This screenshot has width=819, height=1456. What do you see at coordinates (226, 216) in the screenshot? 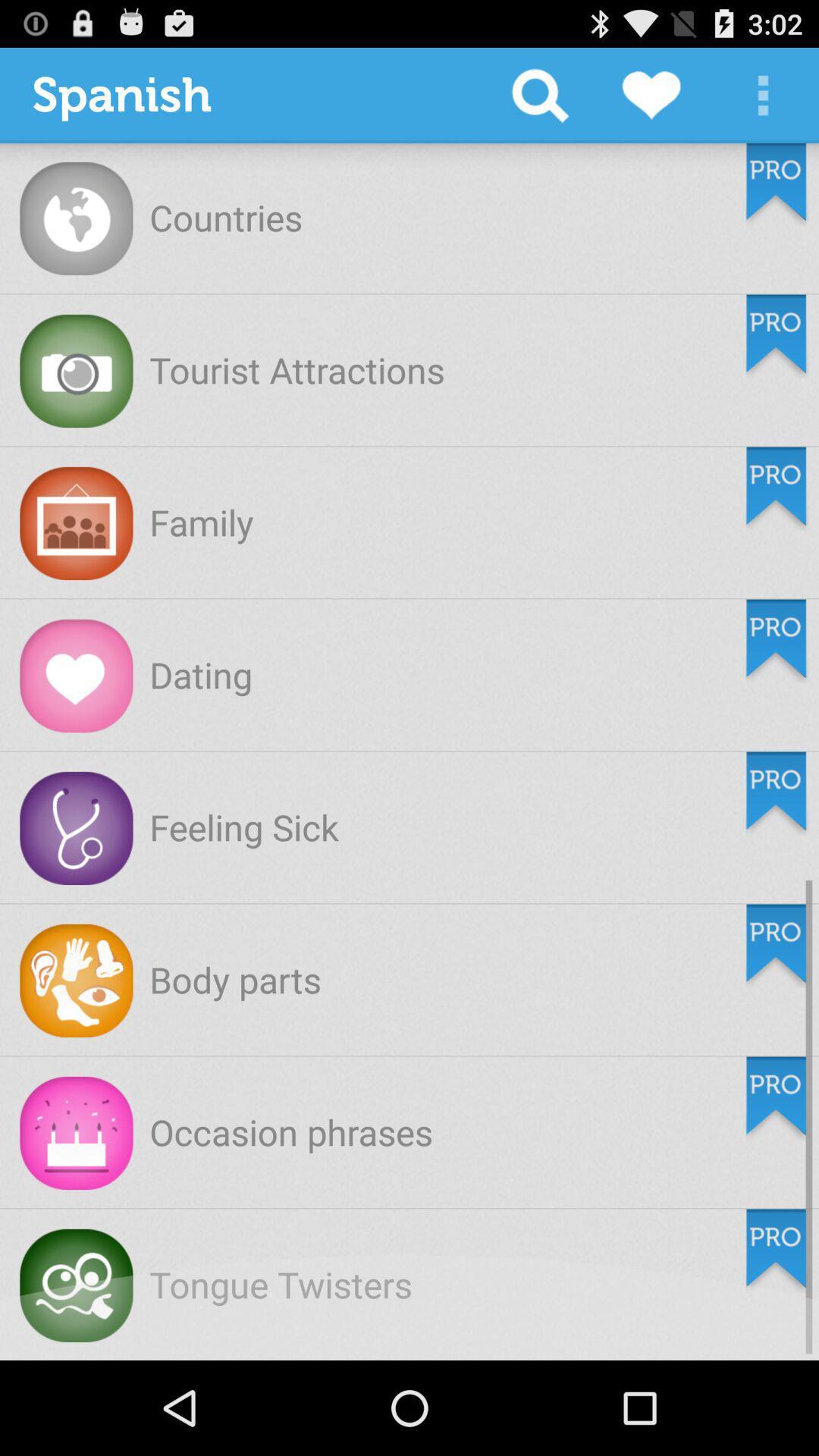
I see `countries icon` at bounding box center [226, 216].